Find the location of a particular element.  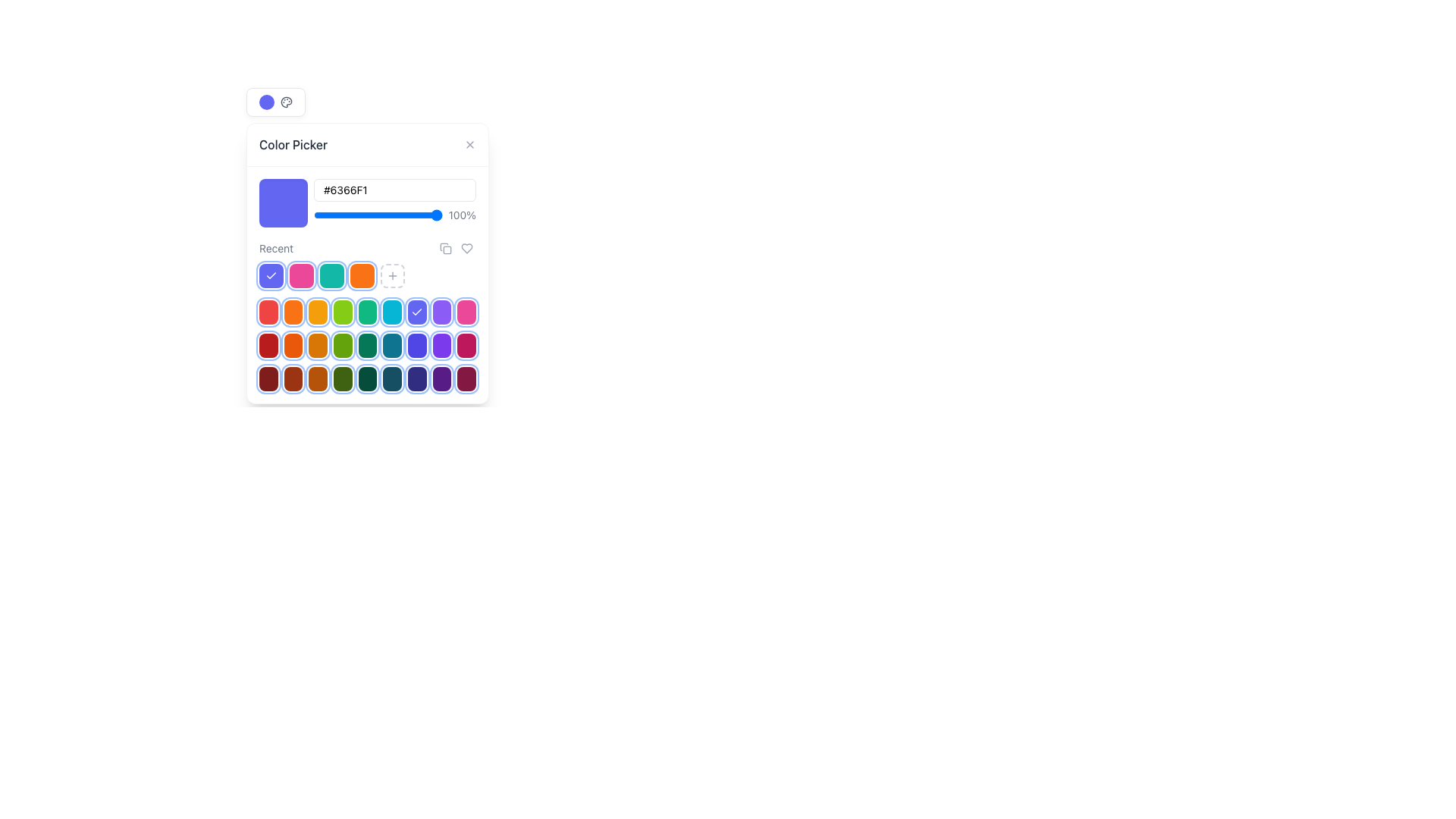

the green button with rounded edges that is the fifth in a horizontal arrangement within the color picker interface is located at coordinates (367, 312).